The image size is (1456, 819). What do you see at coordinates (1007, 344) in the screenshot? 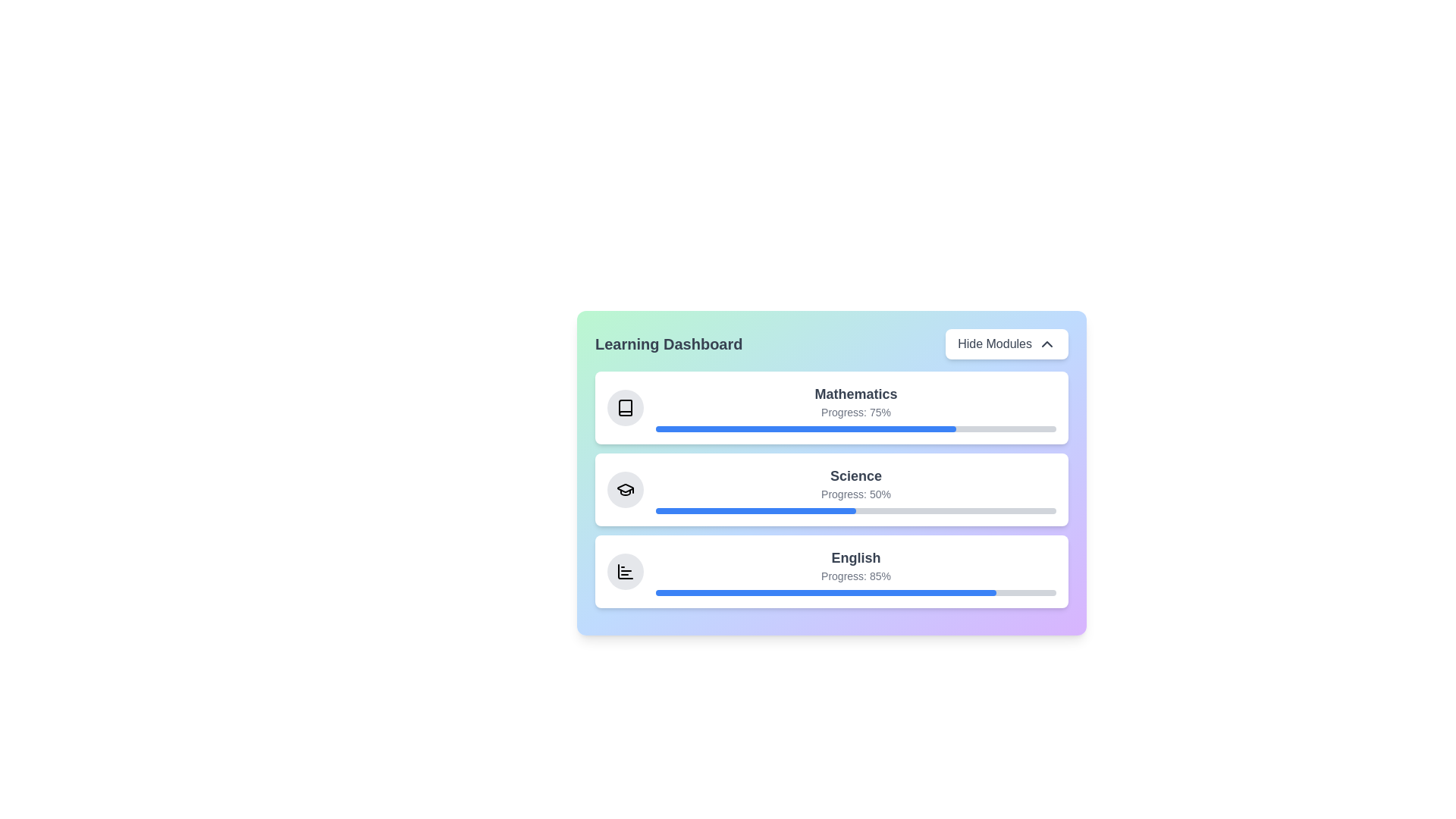
I see `the 'Hide Modules' button to toggle the visibility of the module list` at bounding box center [1007, 344].